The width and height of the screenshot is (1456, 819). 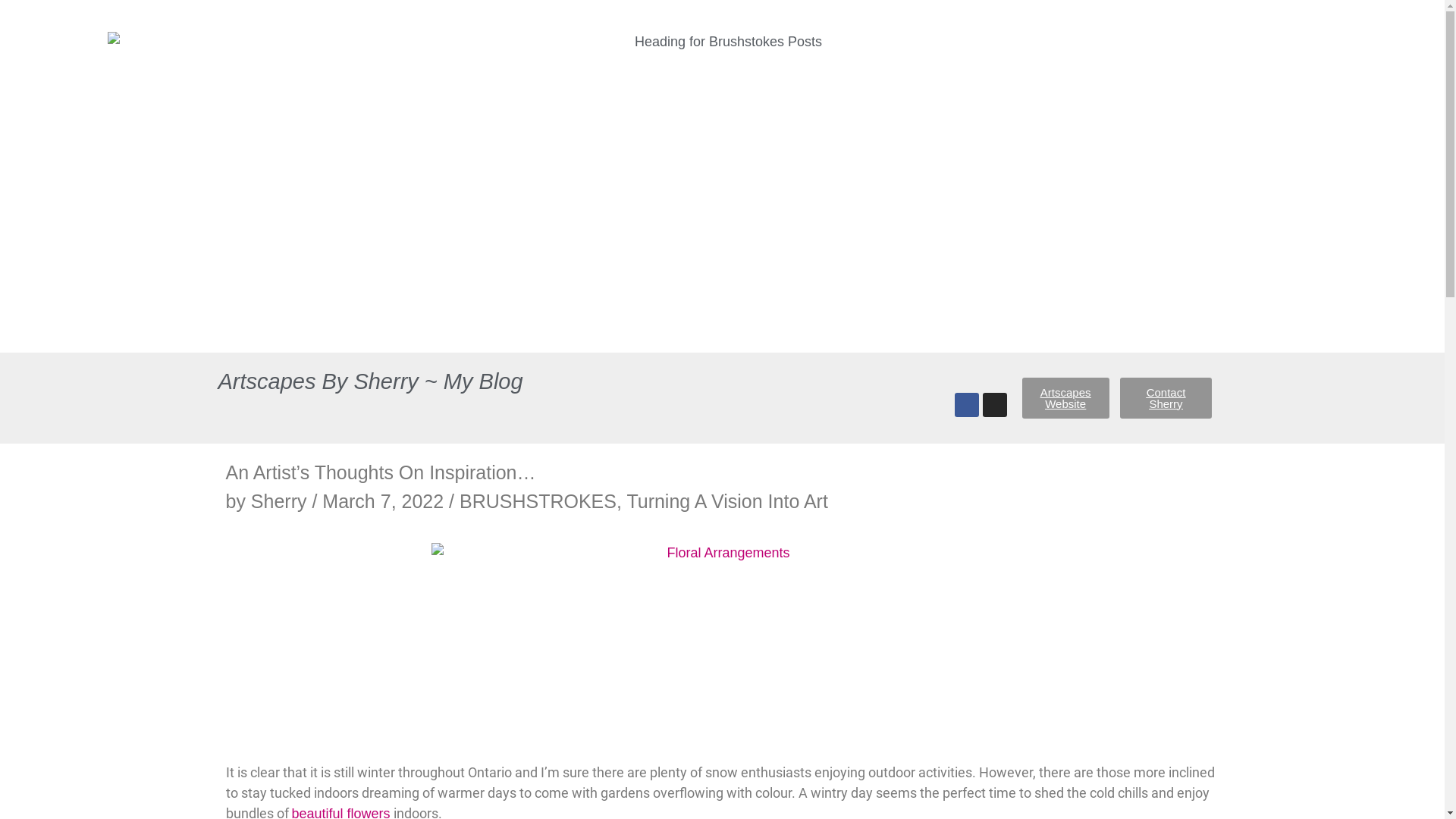 I want to click on 'Artscapes Website', so click(x=1065, y=397).